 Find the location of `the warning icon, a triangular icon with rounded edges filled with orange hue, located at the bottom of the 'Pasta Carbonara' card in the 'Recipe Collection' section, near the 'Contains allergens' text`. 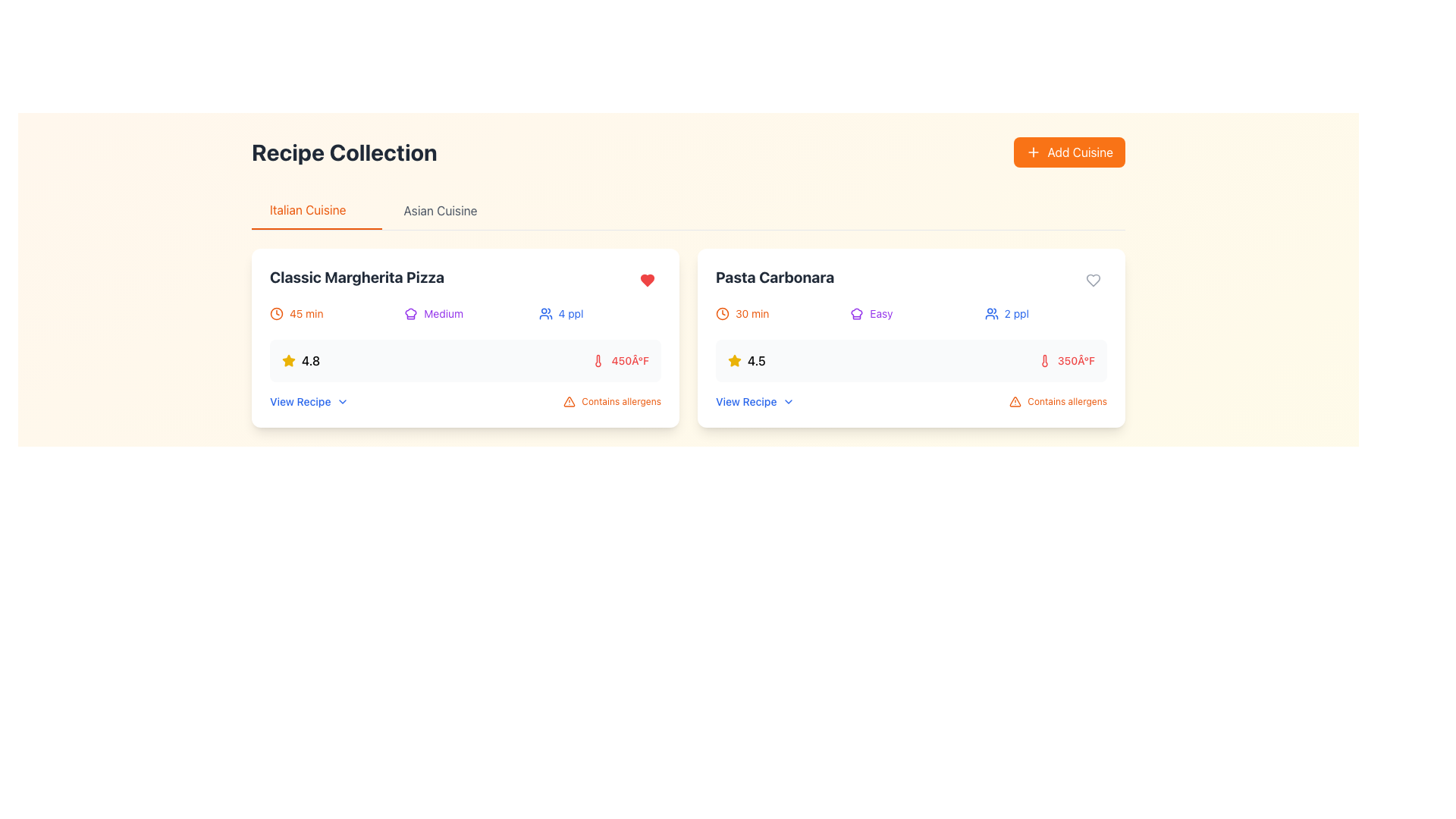

the warning icon, a triangular icon with rounded edges filled with orange hue, located at the bottom of the 'Pasta Carbonara' card in the 'Recipe Collection' section, near the 'Contains allergens' text is located at coordinates (569, 400).